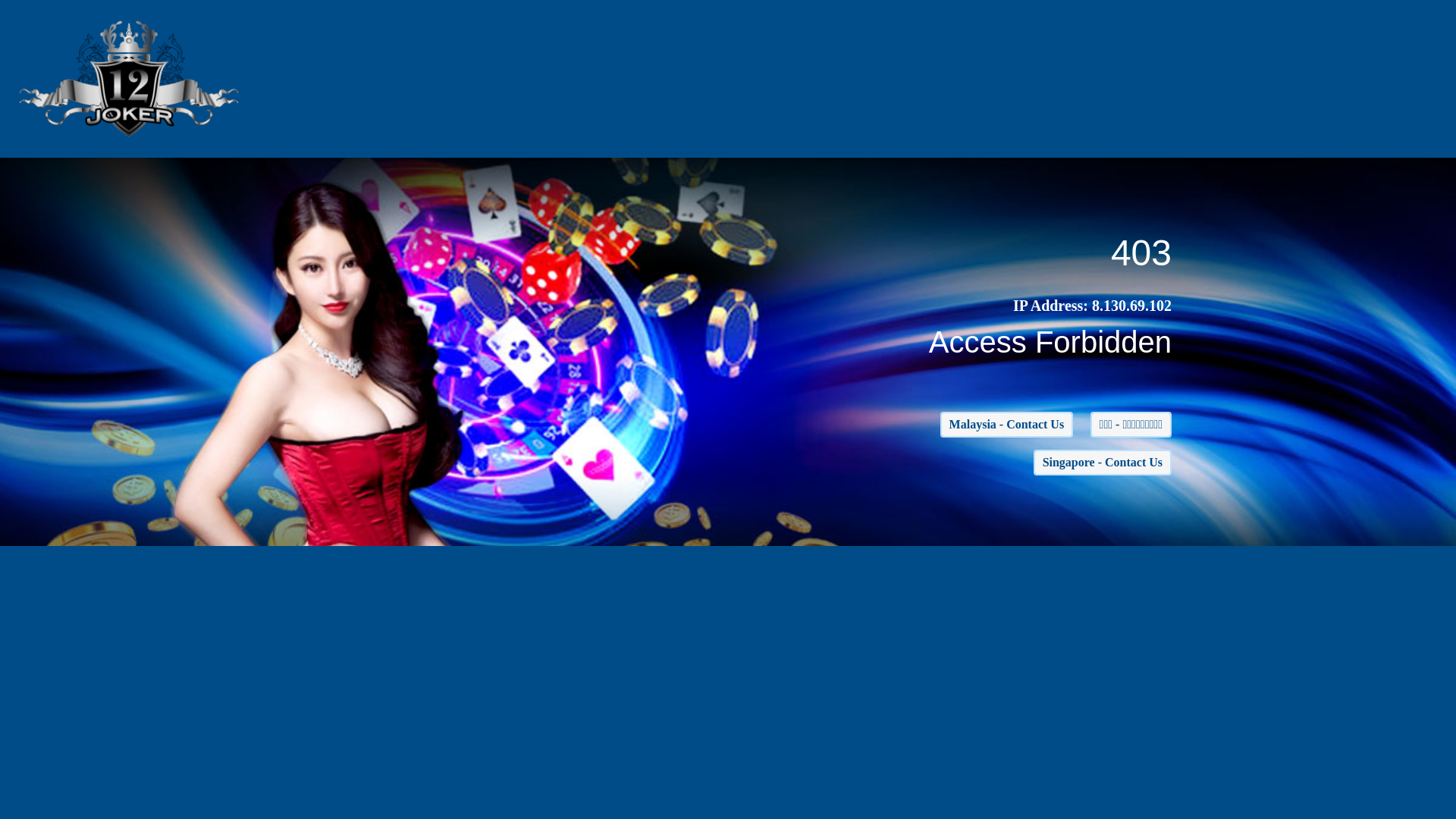 The image size is (1456, 819). Describe the element at coordinates (1007, 424) in the screenshot. I see `'Malaysia - Contact Us'` at that location.